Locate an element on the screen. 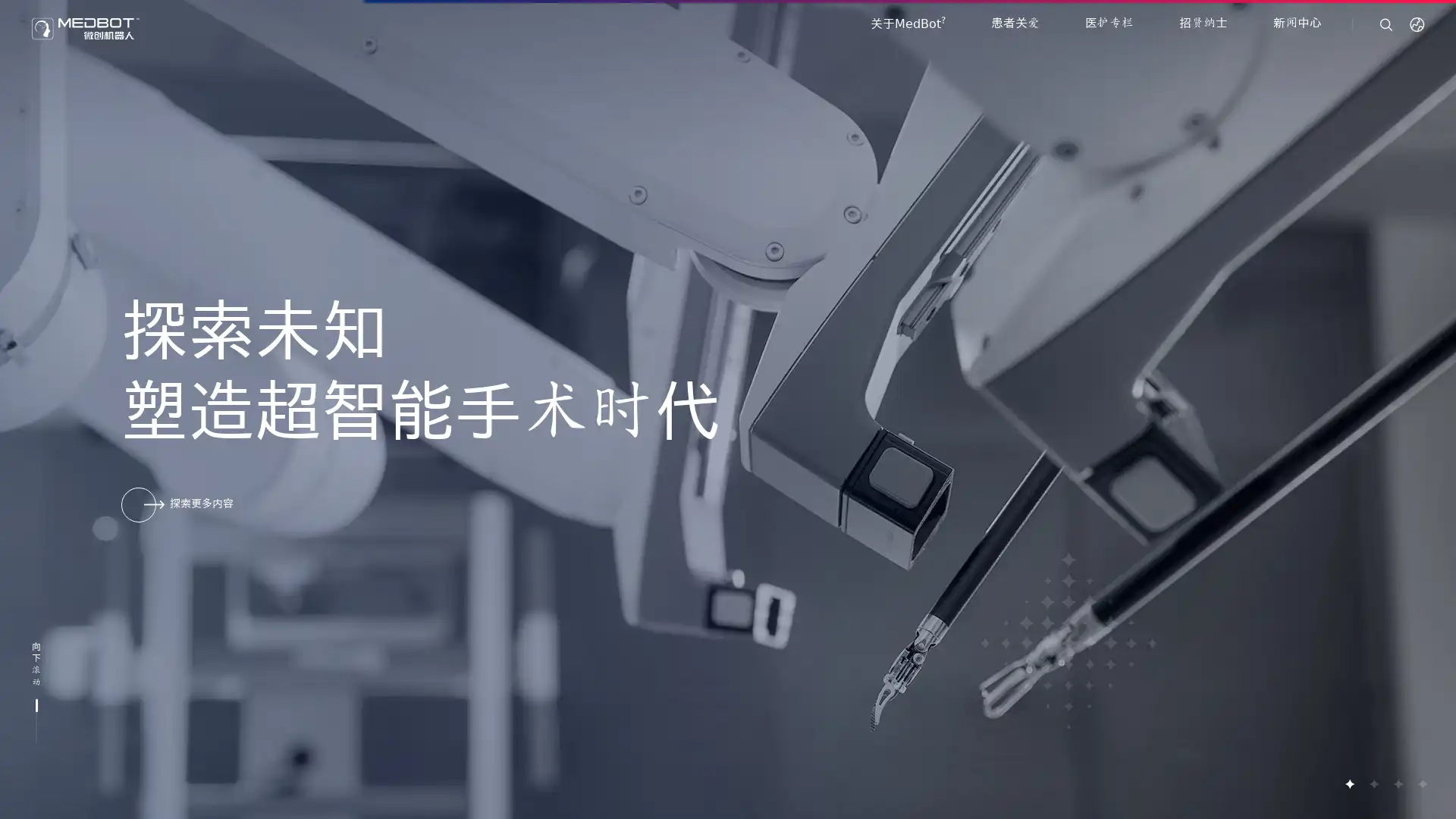  Go to slide 3 is located at coordinates (1397, 783).